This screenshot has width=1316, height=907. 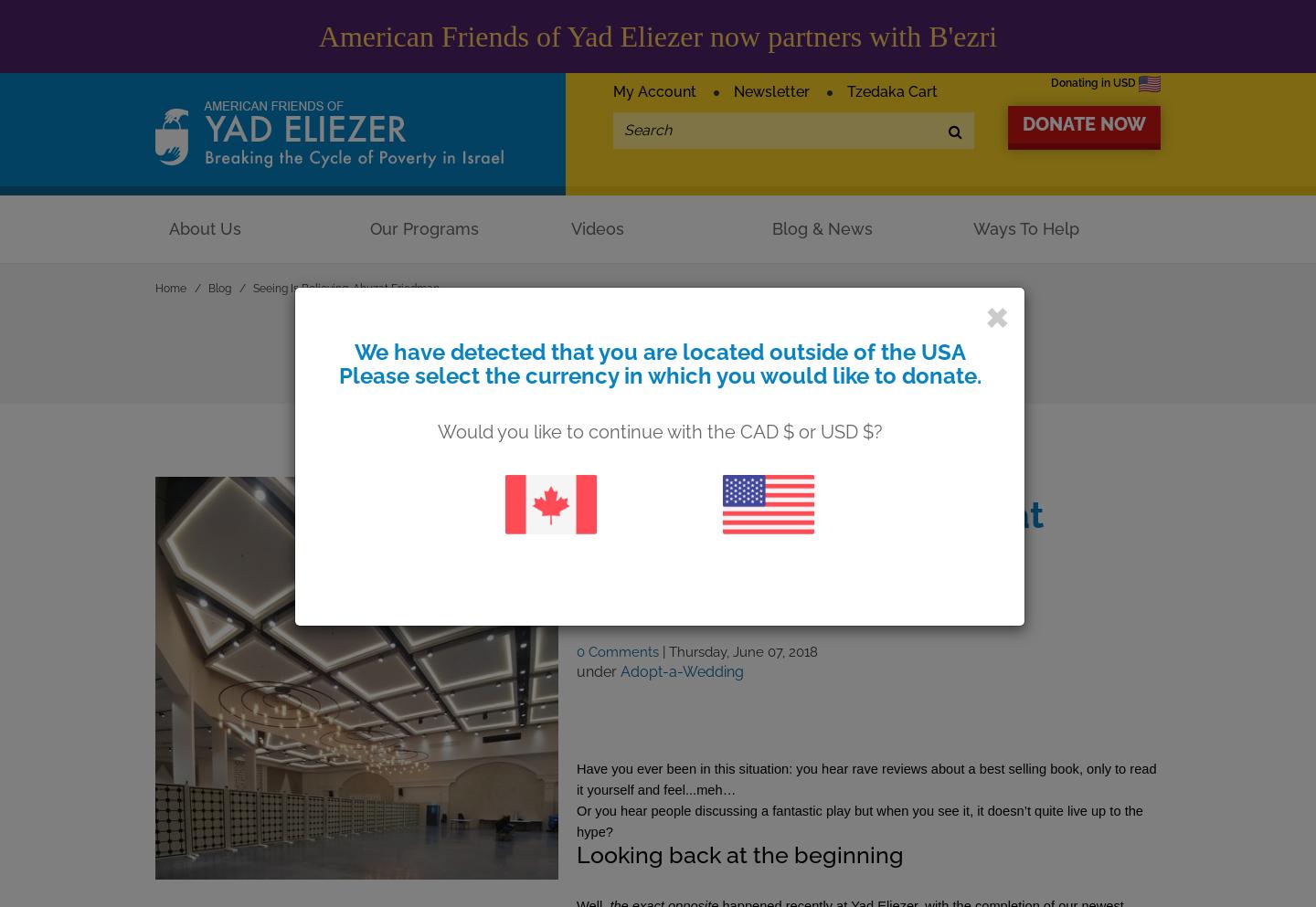 What do you see at coordinates (769, 90) in the screenshot?
I see `'Newsletter'` at bounding box center [769, 90].